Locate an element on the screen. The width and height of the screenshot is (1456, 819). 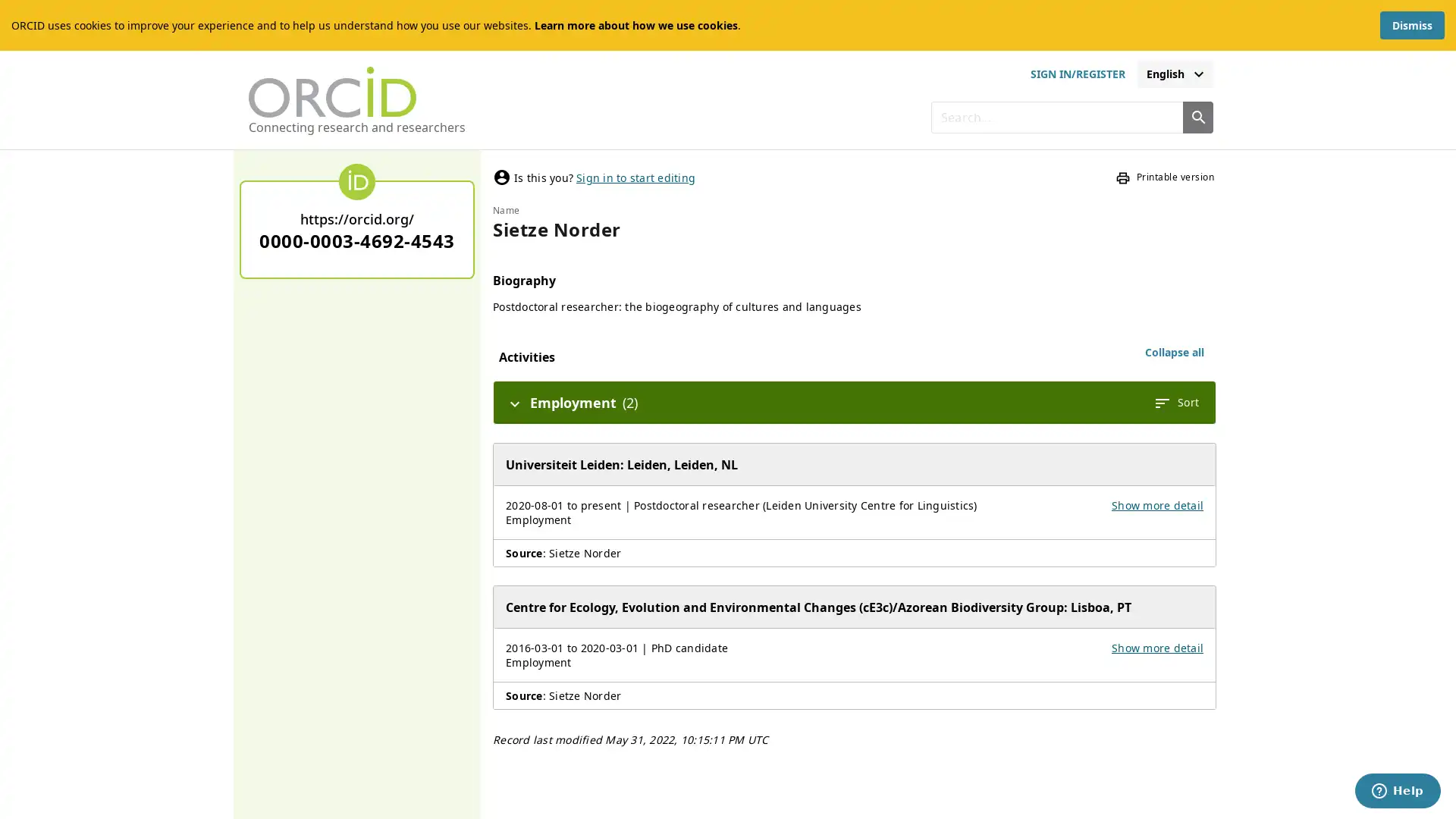
Hide details is located at coordinates (514, 402).